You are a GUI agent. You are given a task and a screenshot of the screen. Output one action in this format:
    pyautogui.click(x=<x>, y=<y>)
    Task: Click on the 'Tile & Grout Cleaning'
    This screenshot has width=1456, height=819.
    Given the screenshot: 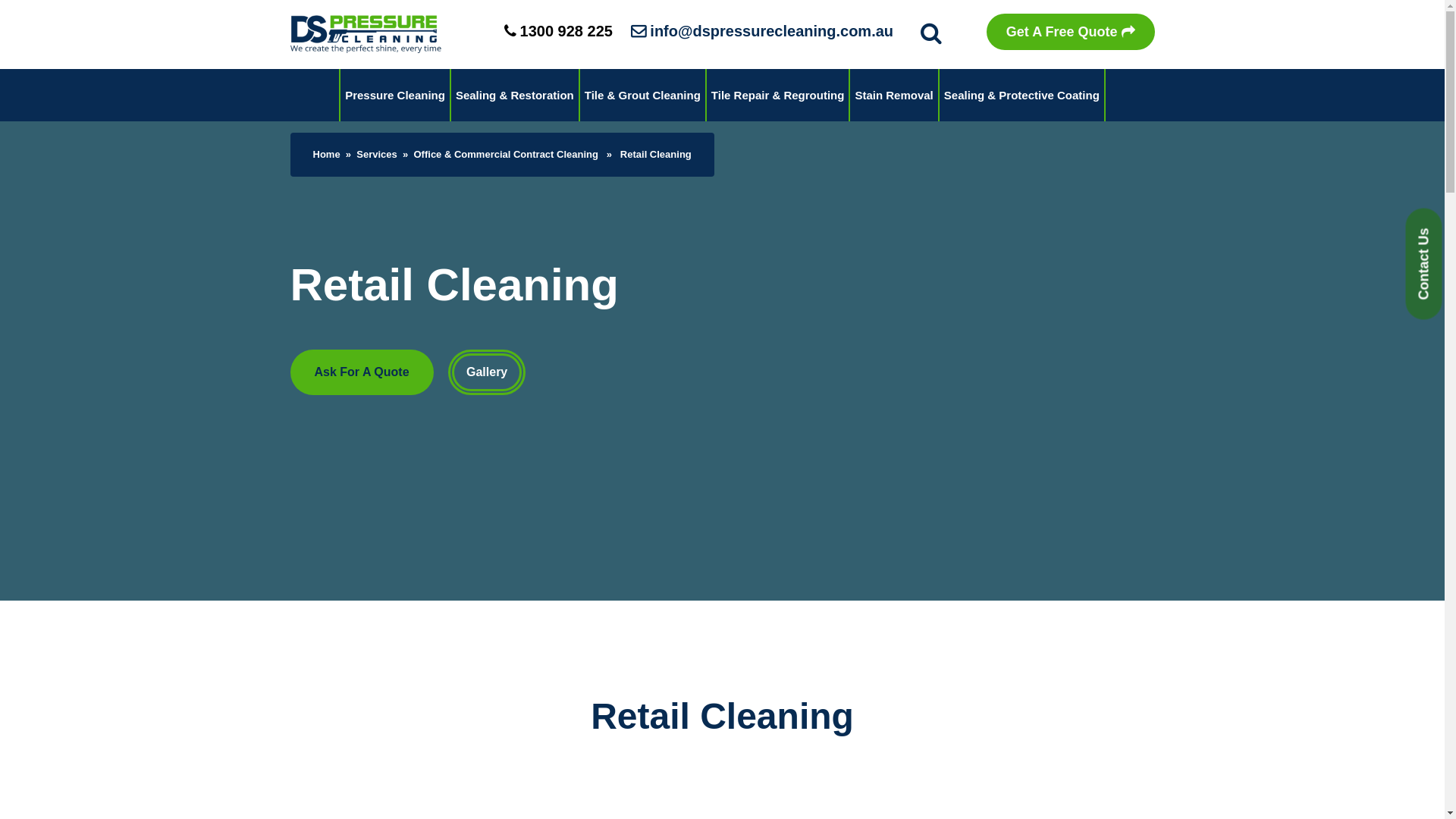 What is the action you would take?
    pyautogui.click(x=642, y=95)
    